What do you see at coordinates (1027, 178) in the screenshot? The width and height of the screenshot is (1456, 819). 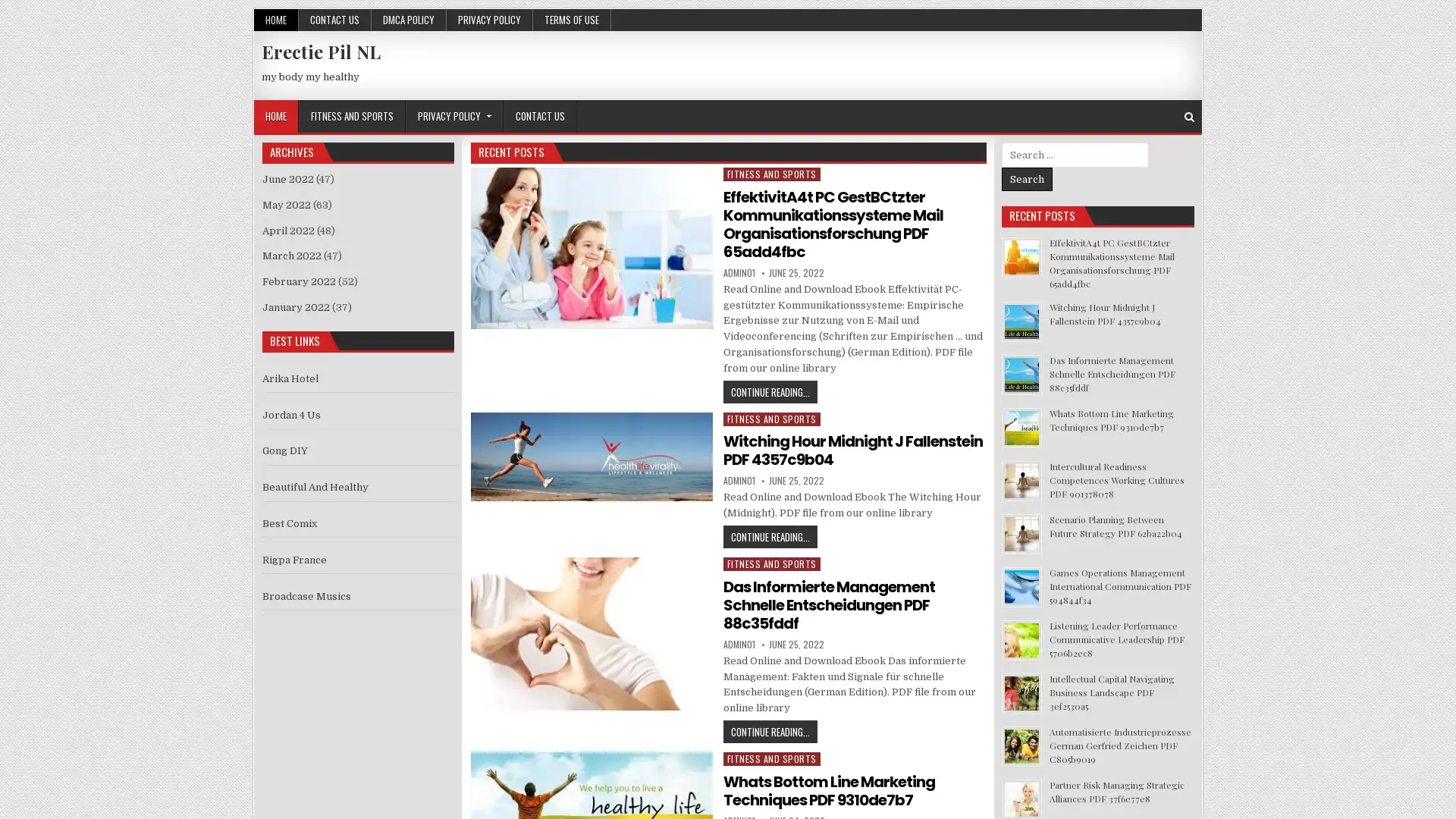 I see `Search` at bounding box center [1027, 178].